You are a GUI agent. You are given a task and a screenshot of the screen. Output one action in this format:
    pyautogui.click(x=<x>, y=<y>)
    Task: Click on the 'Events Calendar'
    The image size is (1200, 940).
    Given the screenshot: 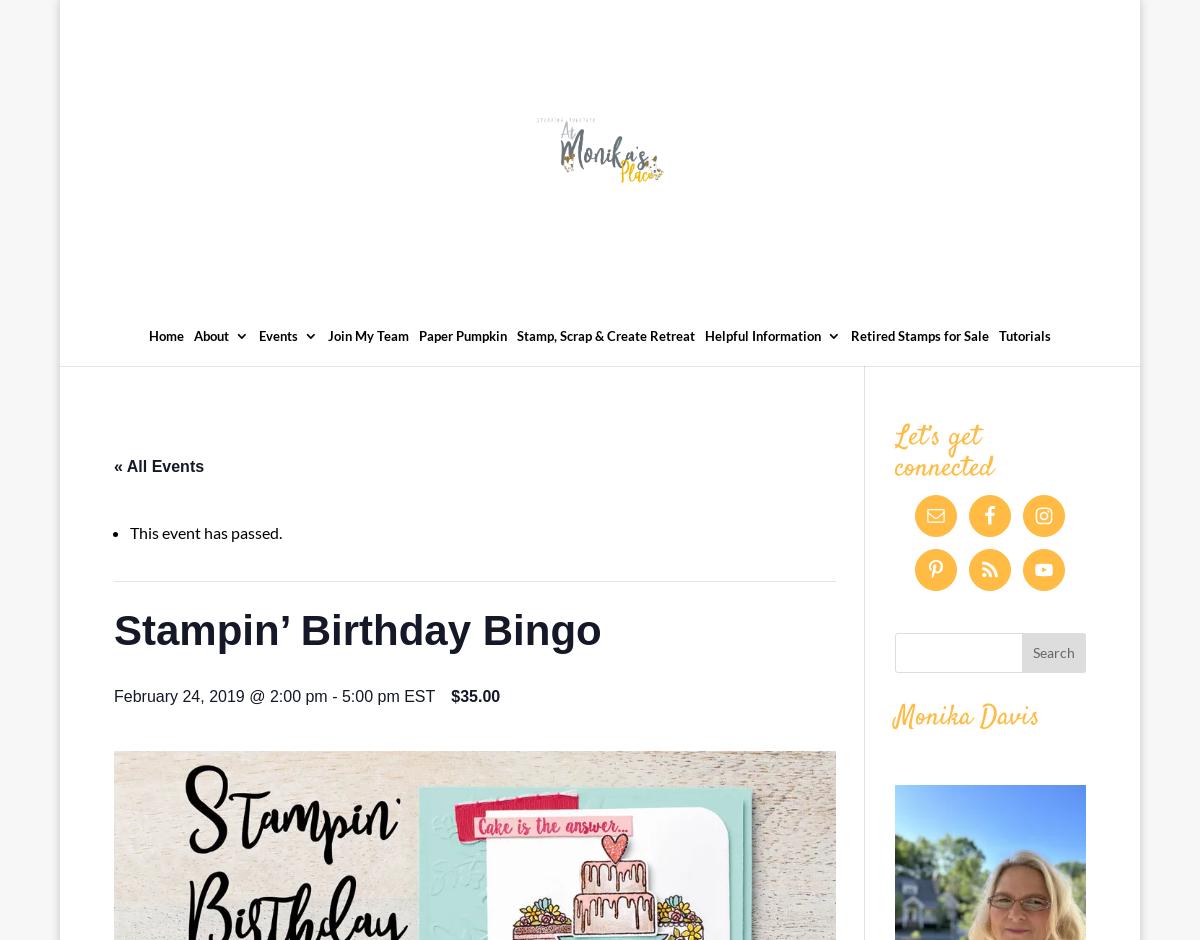 What is the action you would take?
    pyautogui.click(x=298, y=410)
    